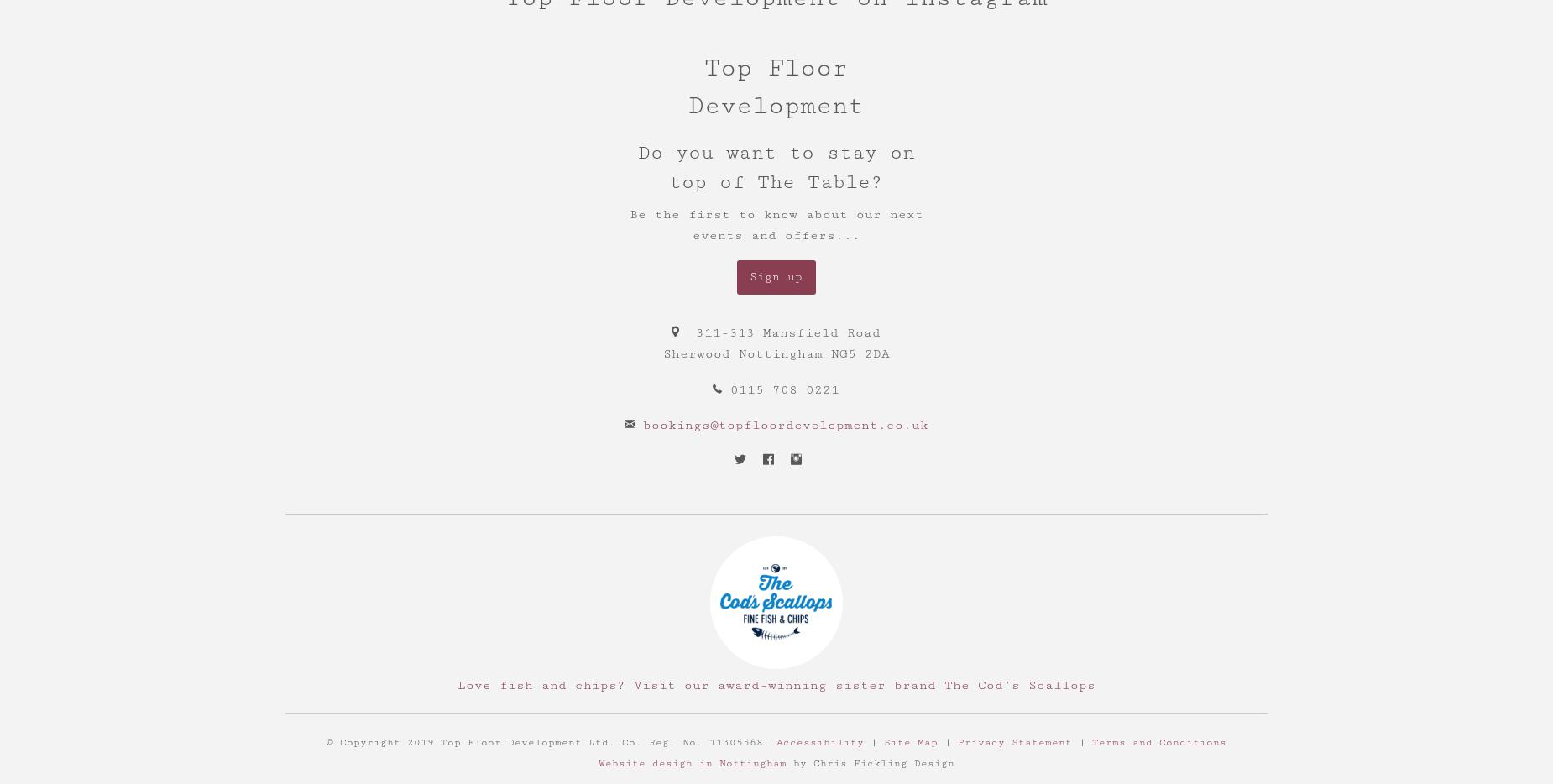 The height and width of the screenshot is (784, 1553). What do you see at coordinates (692, 762) in the screenshot?
I see `'Website design in Nottingham'` at bounding box center [692, 762].